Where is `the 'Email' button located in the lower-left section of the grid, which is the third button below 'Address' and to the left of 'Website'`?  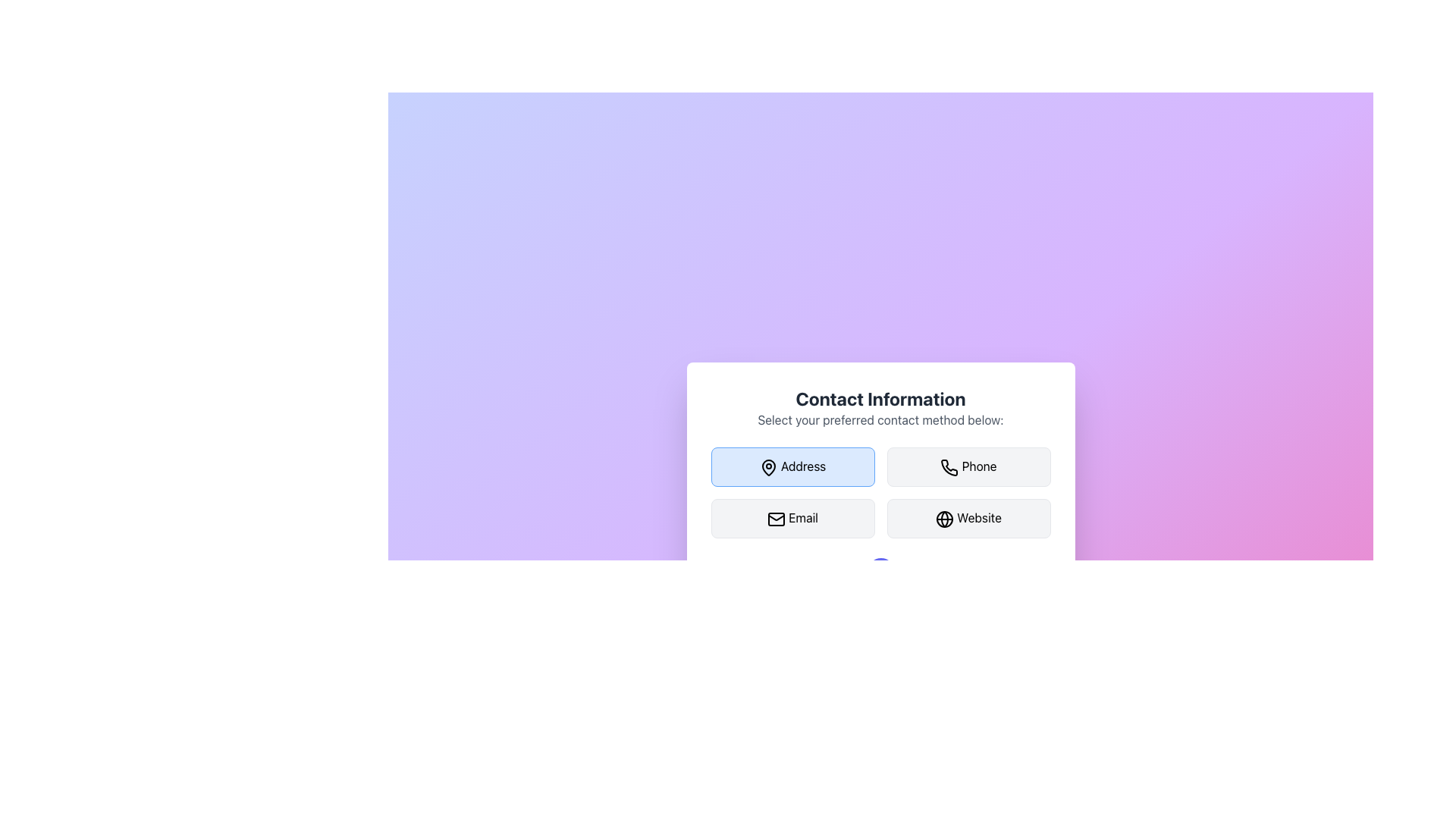
the 'Email' button located in the lower-left section of the grid, which is the third button below 'Address' and to the left of 'Website' is located at coordinates (792, 517).